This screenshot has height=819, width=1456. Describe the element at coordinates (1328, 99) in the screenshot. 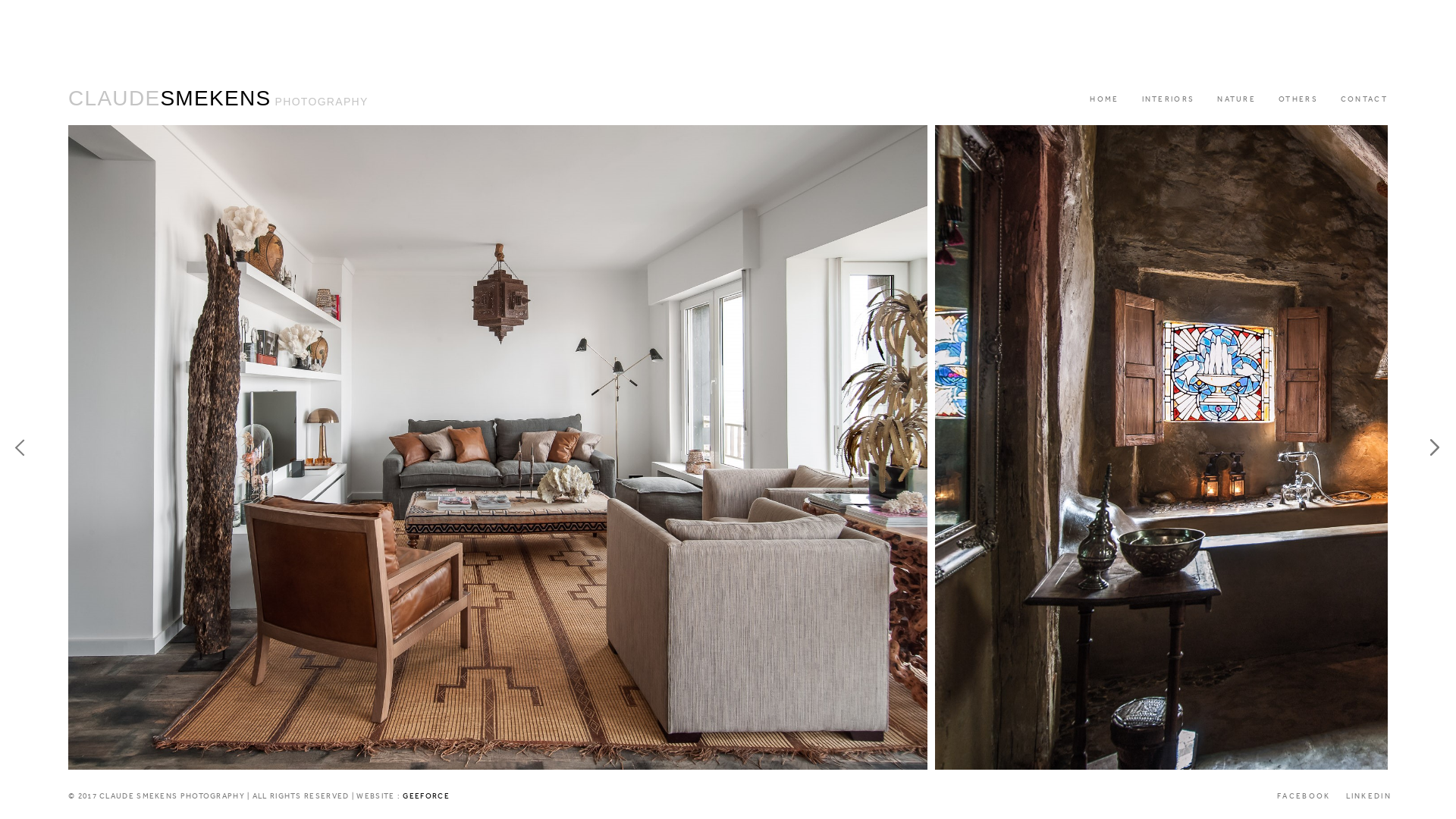

I see `'CONTACT'` at that location.